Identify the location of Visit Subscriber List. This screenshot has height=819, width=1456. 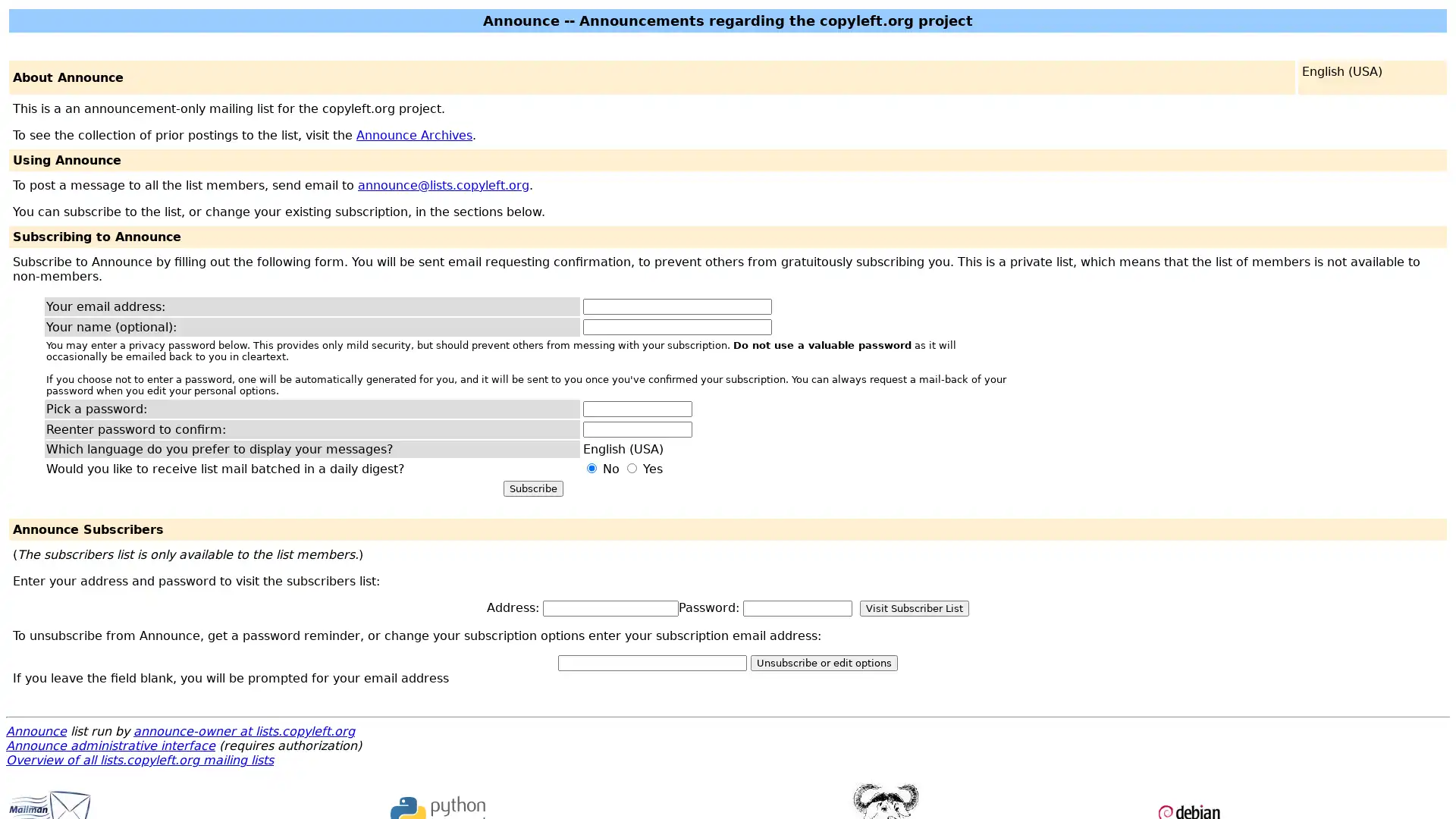
(913, 607).